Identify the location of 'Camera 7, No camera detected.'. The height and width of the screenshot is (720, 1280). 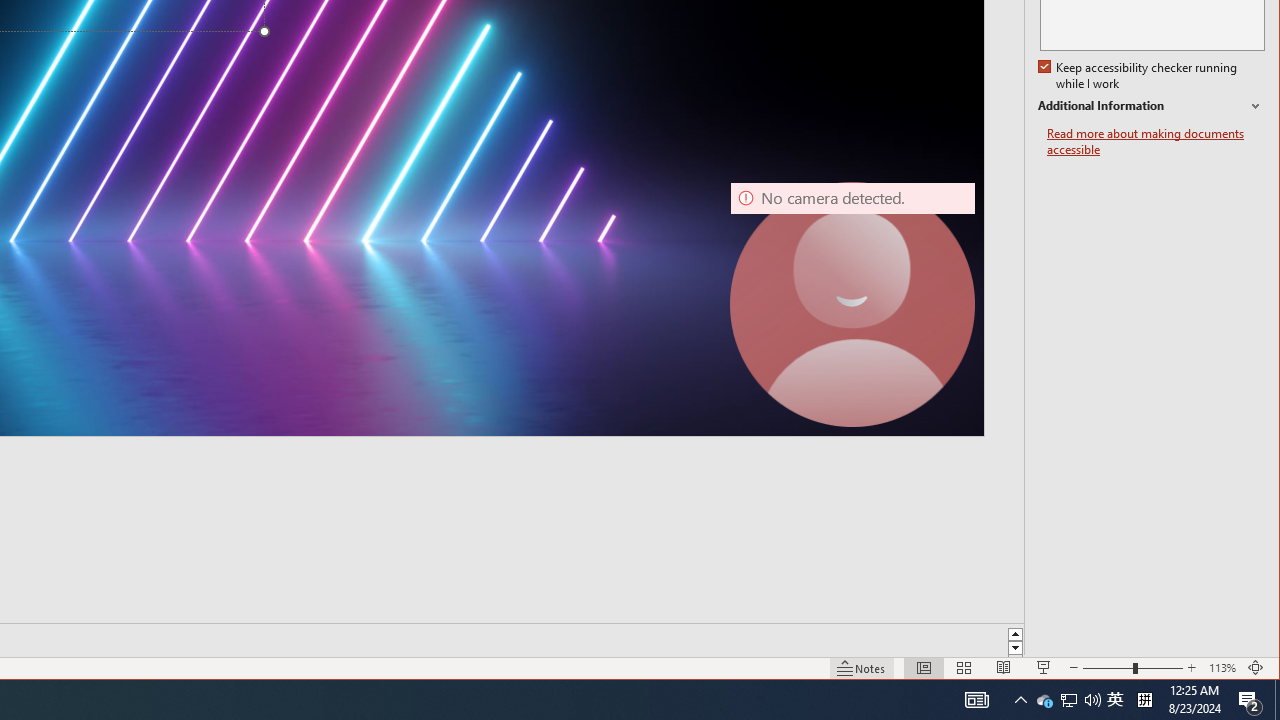
(853, 304).